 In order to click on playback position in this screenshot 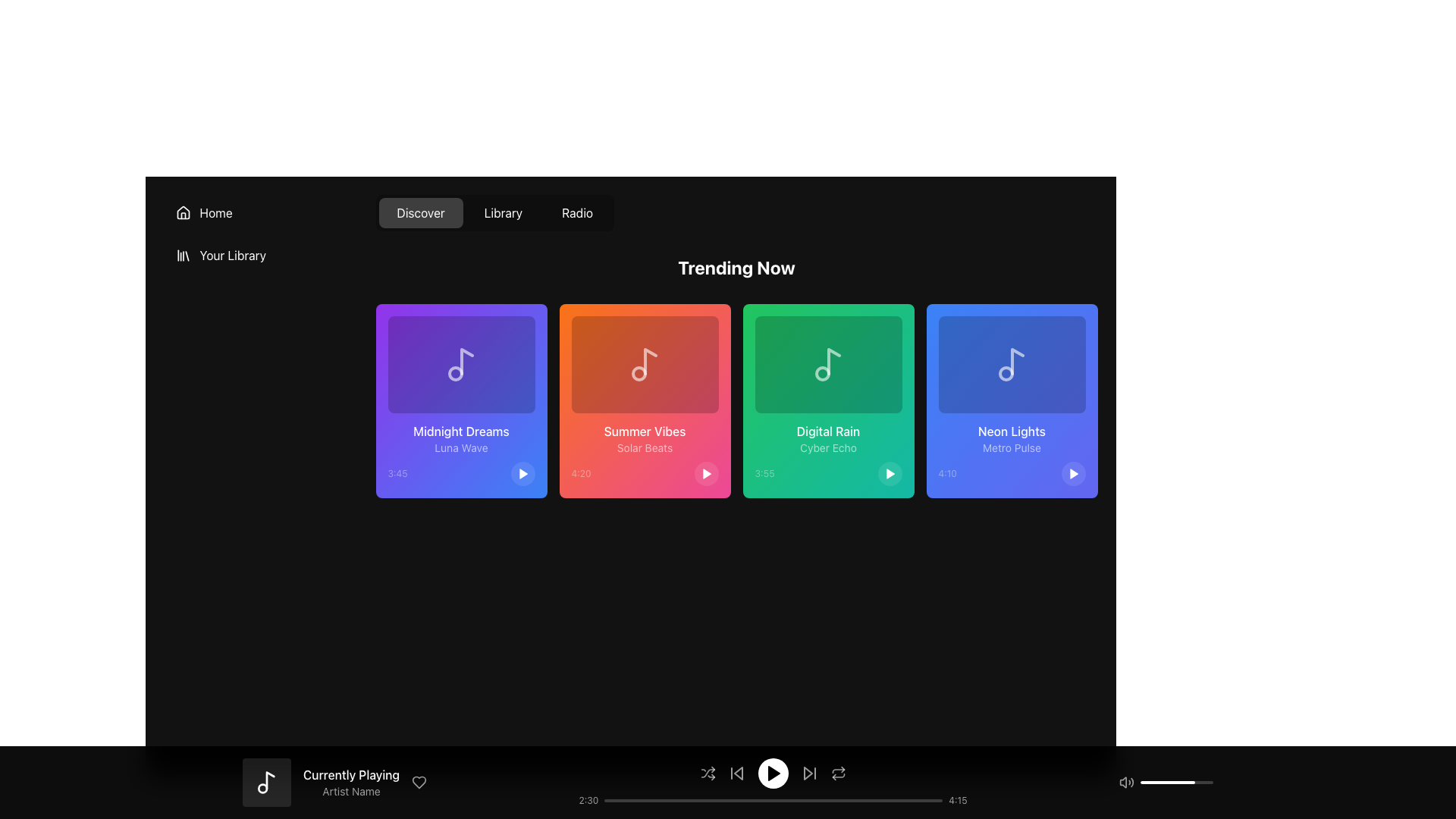, I will do `click(900, 800)`.